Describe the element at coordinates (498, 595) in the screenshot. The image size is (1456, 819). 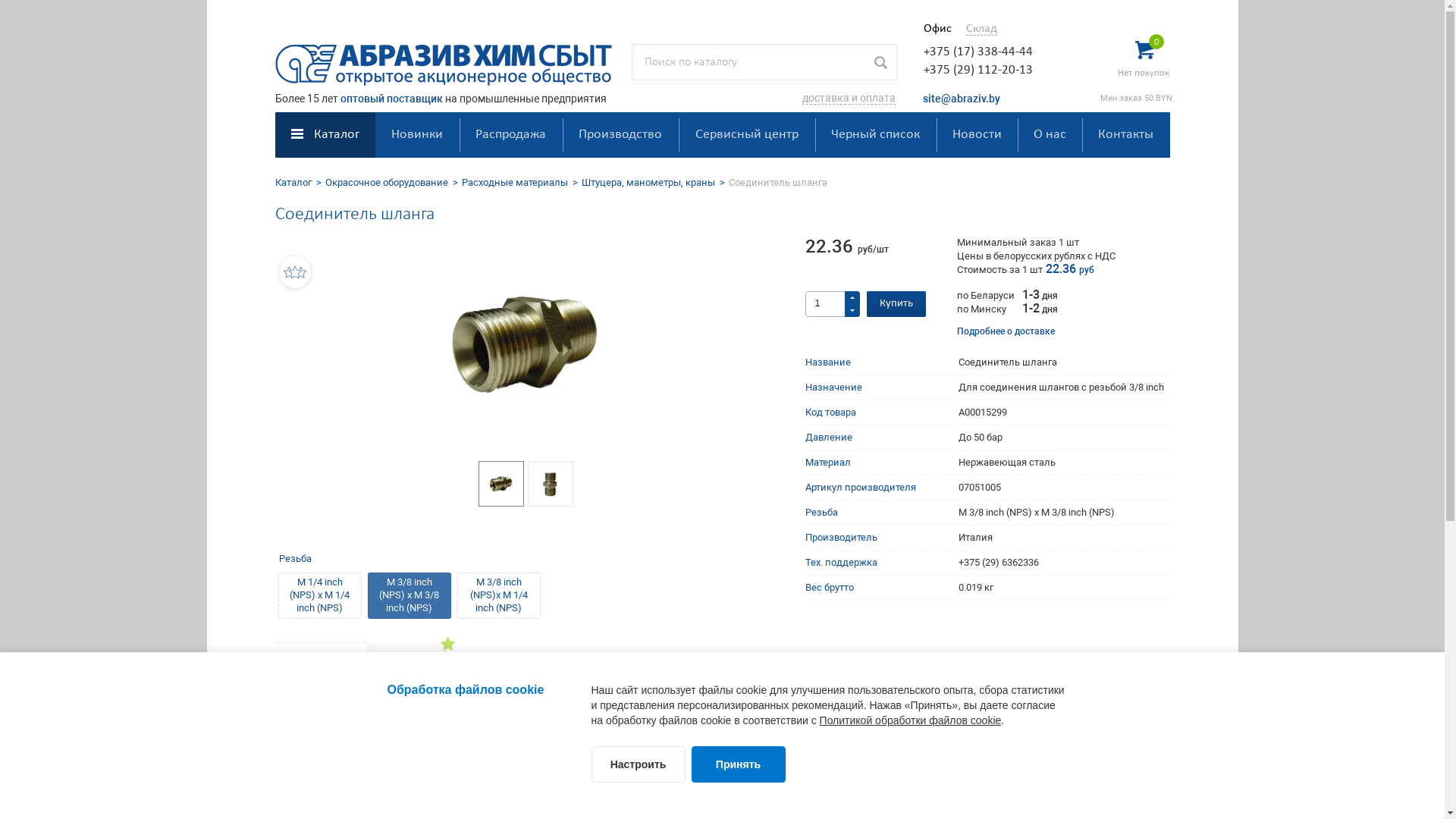
I see `'M 3/8 inch (NPS)x M 1/4 inch (NPS)'` at that location.